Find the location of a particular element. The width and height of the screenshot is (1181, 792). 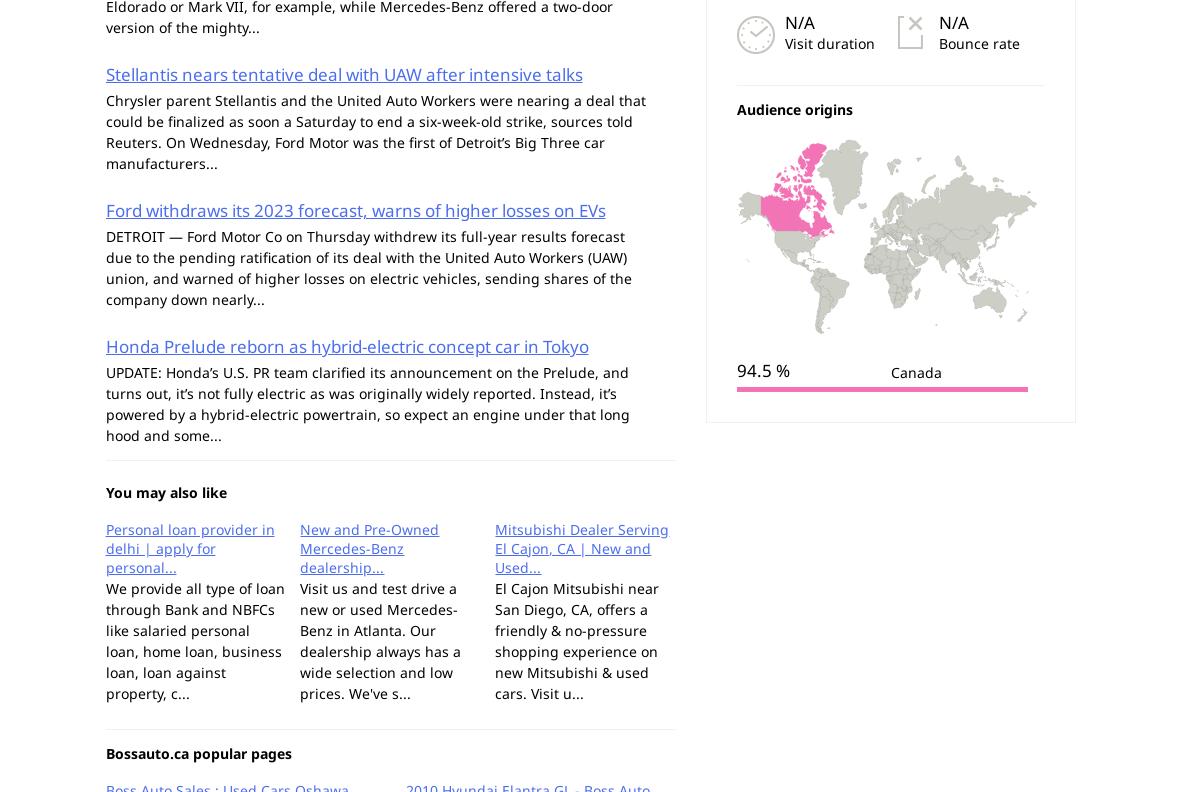

'Audience origins' is located at coordinates (792, 108).